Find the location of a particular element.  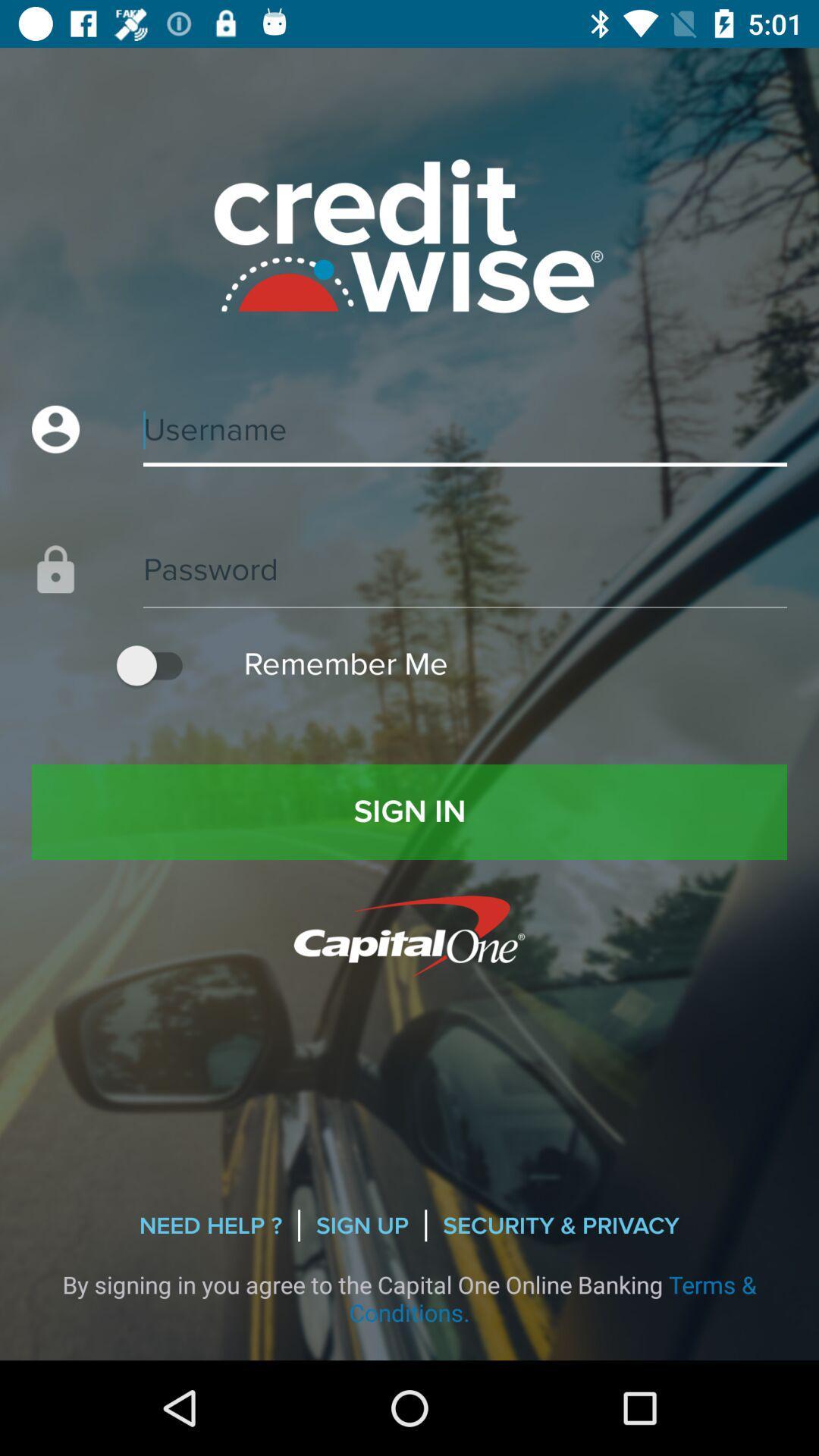

the password text field is located at coordinates (409, 553).